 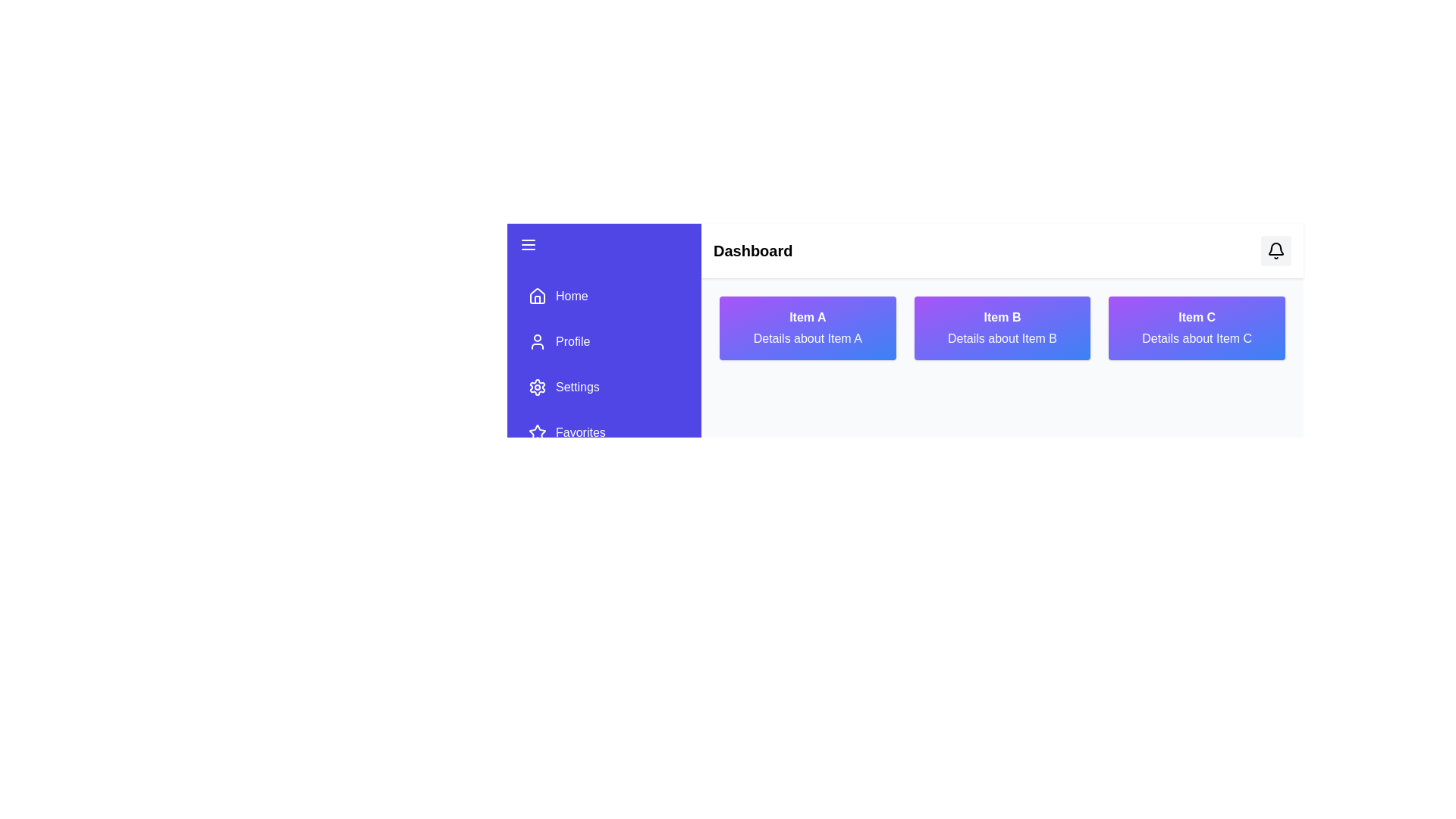 What do you see at coordinates (1002, 327) in the screenshot?
I see `the 'Item B' card, which is the second card in a horizontal series of three, featuring a gradient background from purple to blue and centered white text with the title 'Item B' above the descriptive text` at bounding box center [1002, 327].